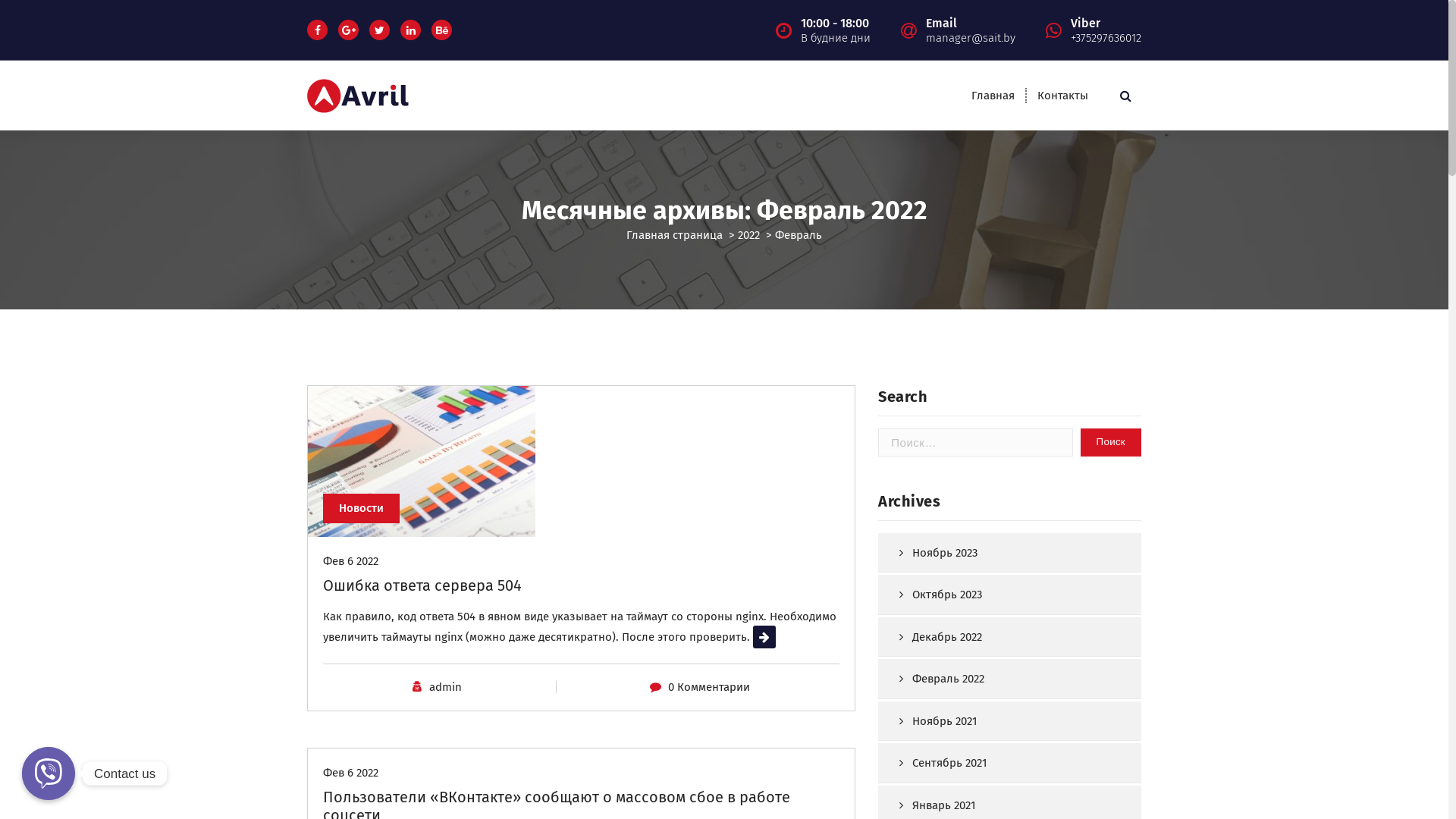  Describe the element at coordinates (48, 773) in the screenshot. I see `'Contact us'` at that location.